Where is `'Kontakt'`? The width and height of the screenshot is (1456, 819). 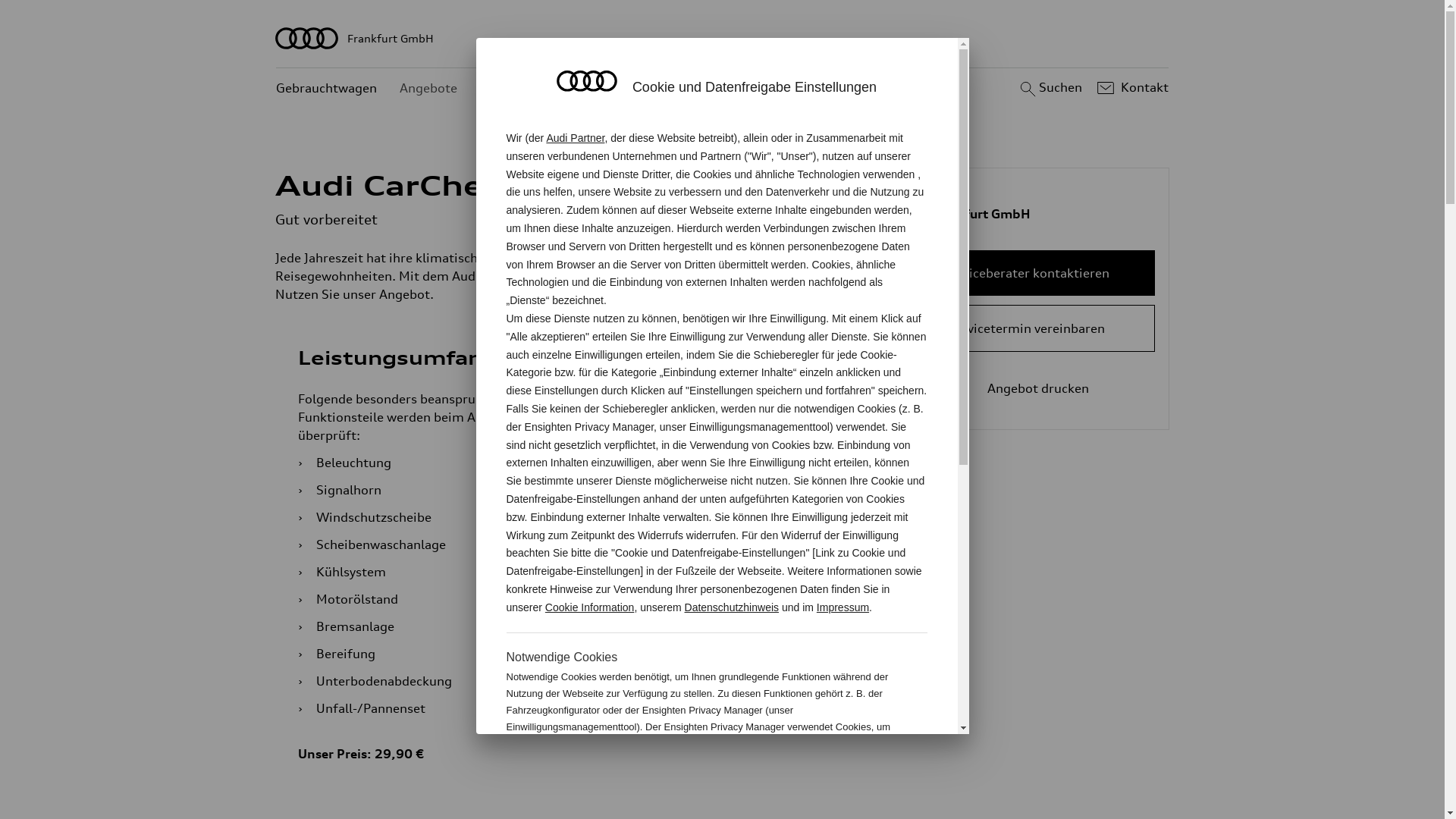 'Kontakt' is located at coordinates (1131, 87).